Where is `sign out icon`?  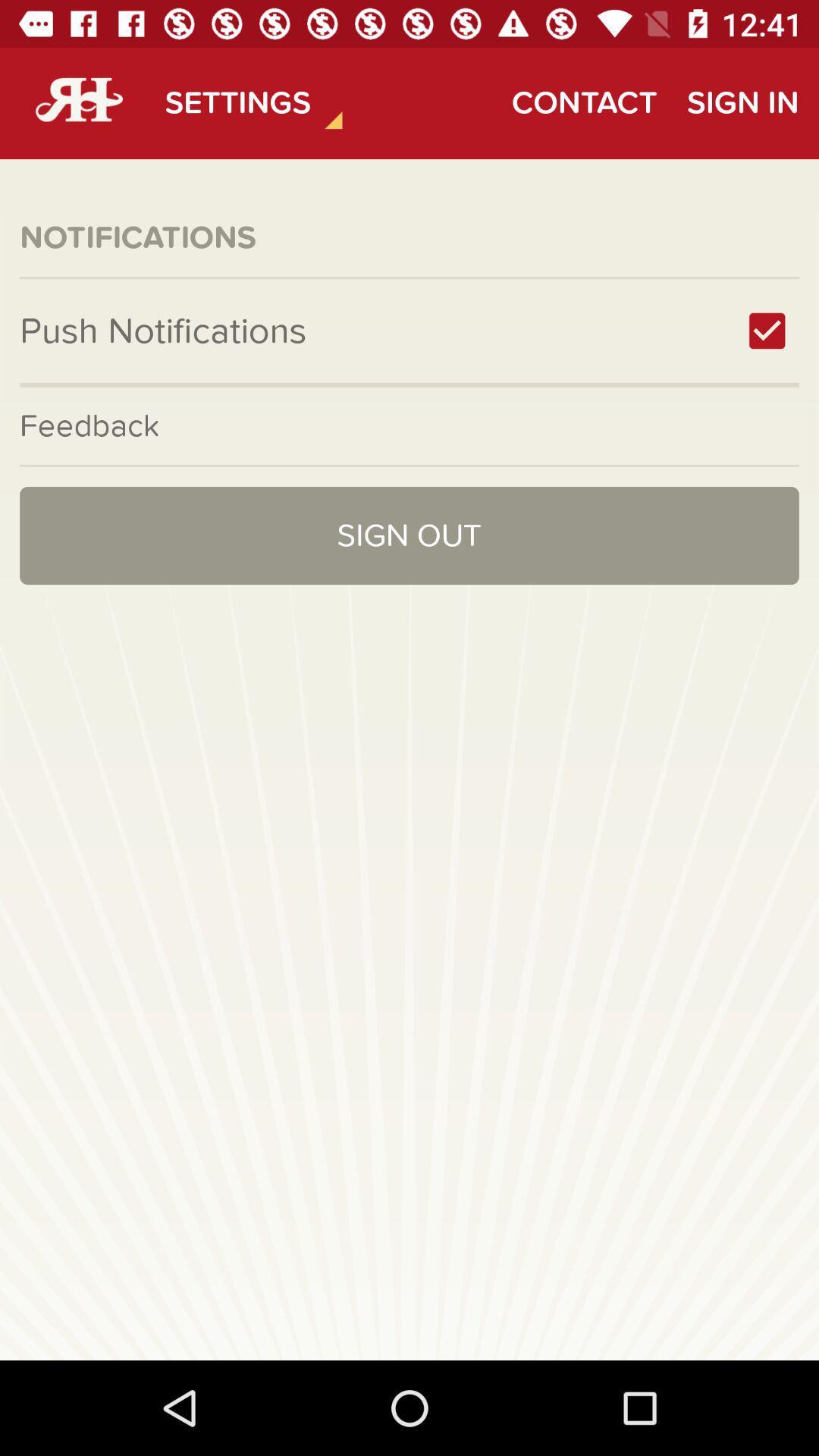 sign out icon is located at coordinates (409, 535).